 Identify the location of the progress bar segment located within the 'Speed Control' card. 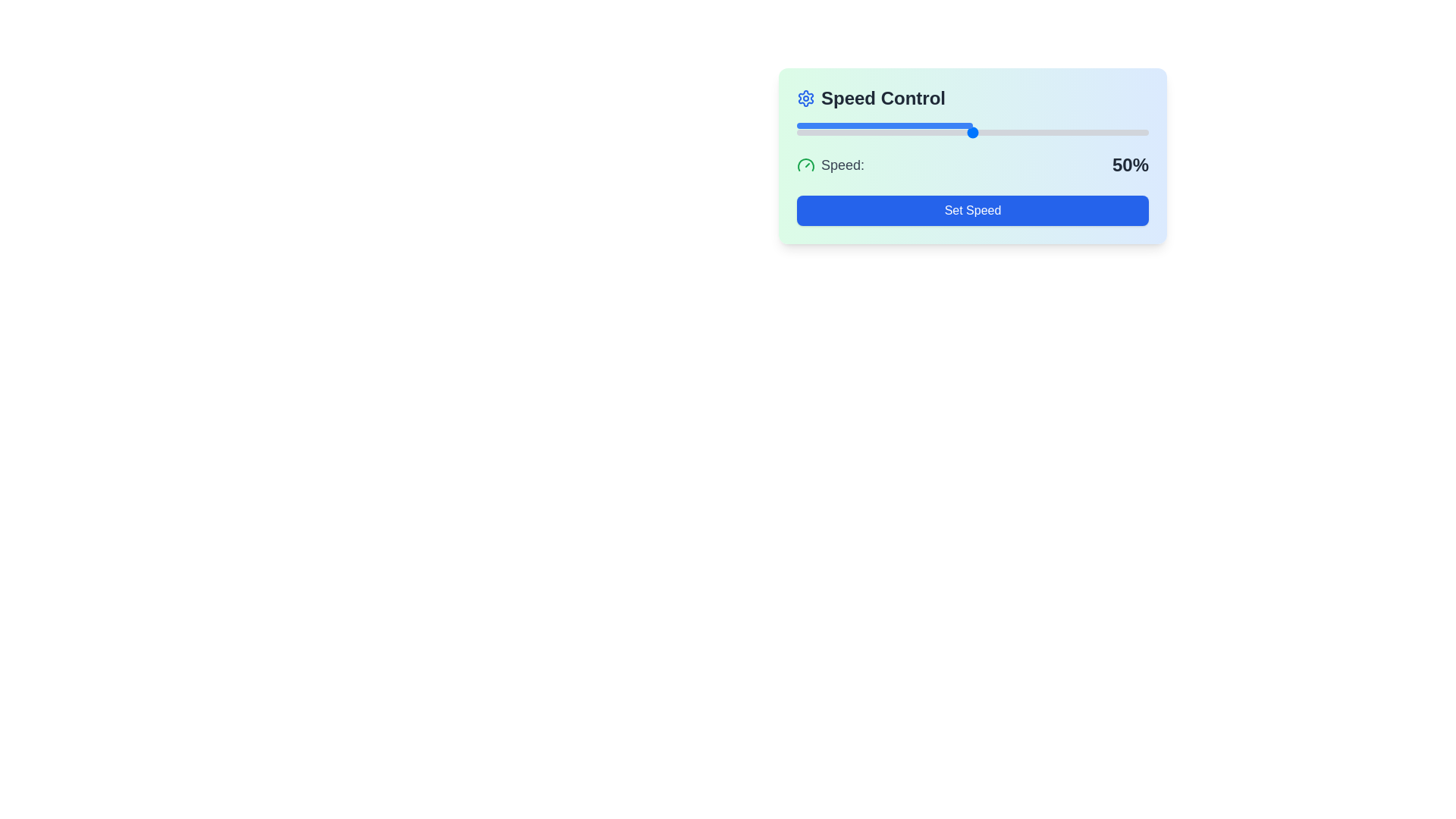
(884, 124).